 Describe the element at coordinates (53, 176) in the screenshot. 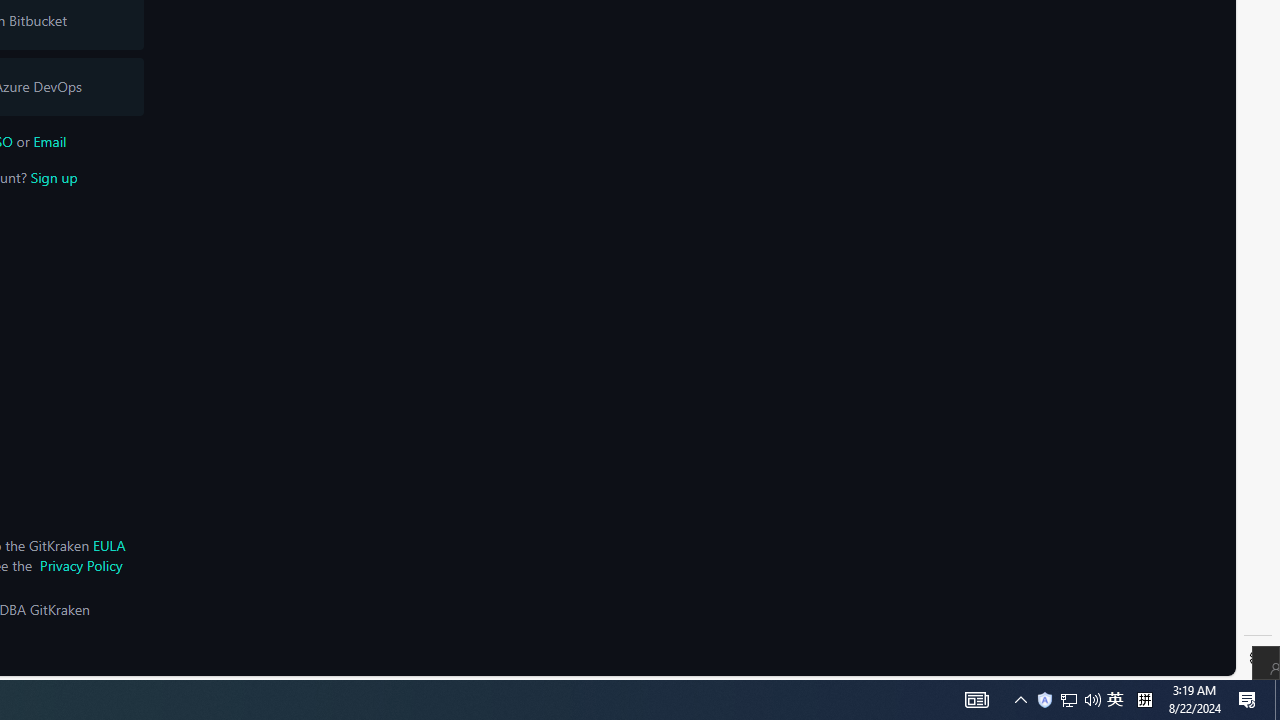

I see `'Sign up'` at that location.